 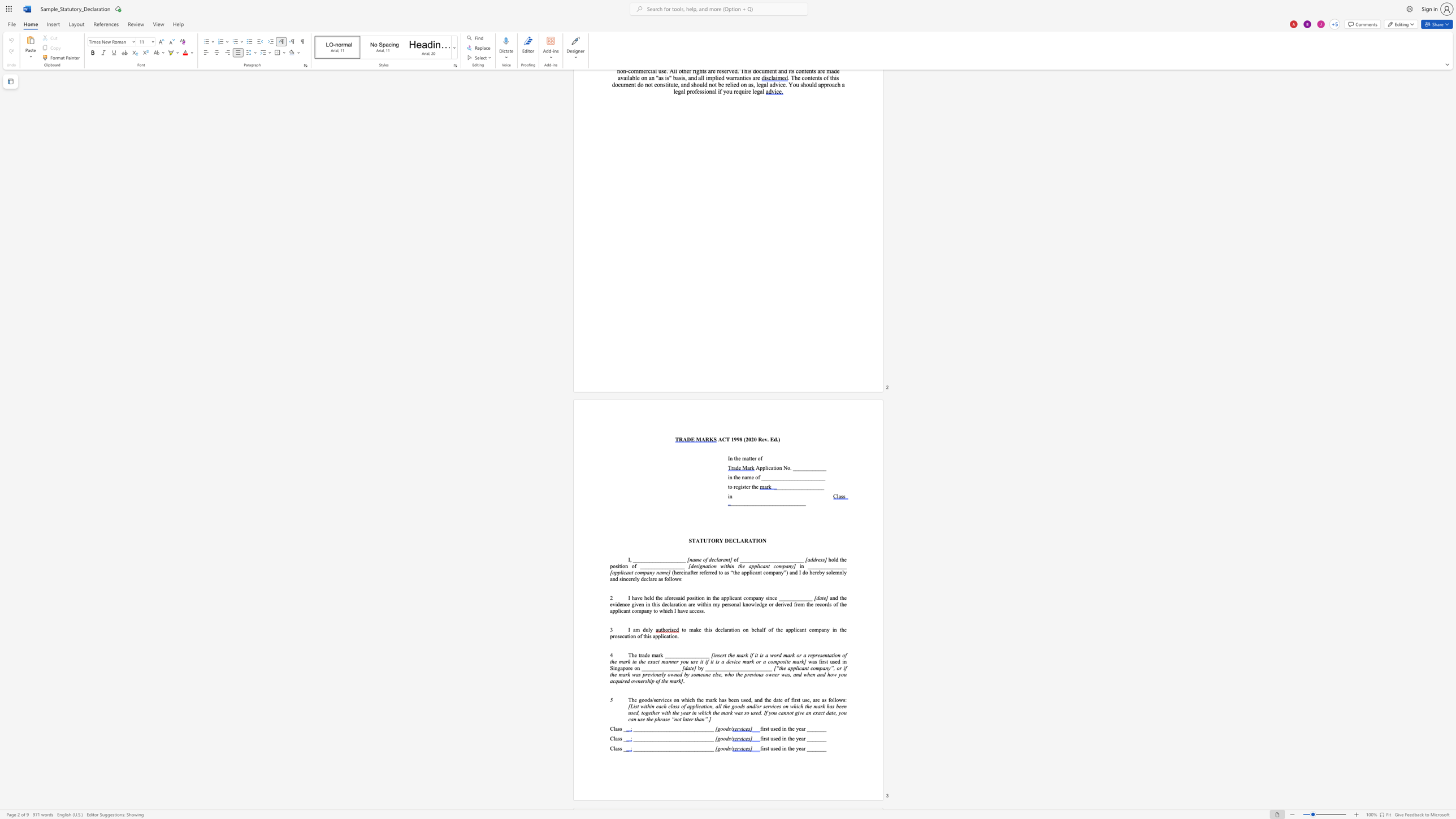 I want to click on the 9th character "_" in the text, so click(x=729, y=668).